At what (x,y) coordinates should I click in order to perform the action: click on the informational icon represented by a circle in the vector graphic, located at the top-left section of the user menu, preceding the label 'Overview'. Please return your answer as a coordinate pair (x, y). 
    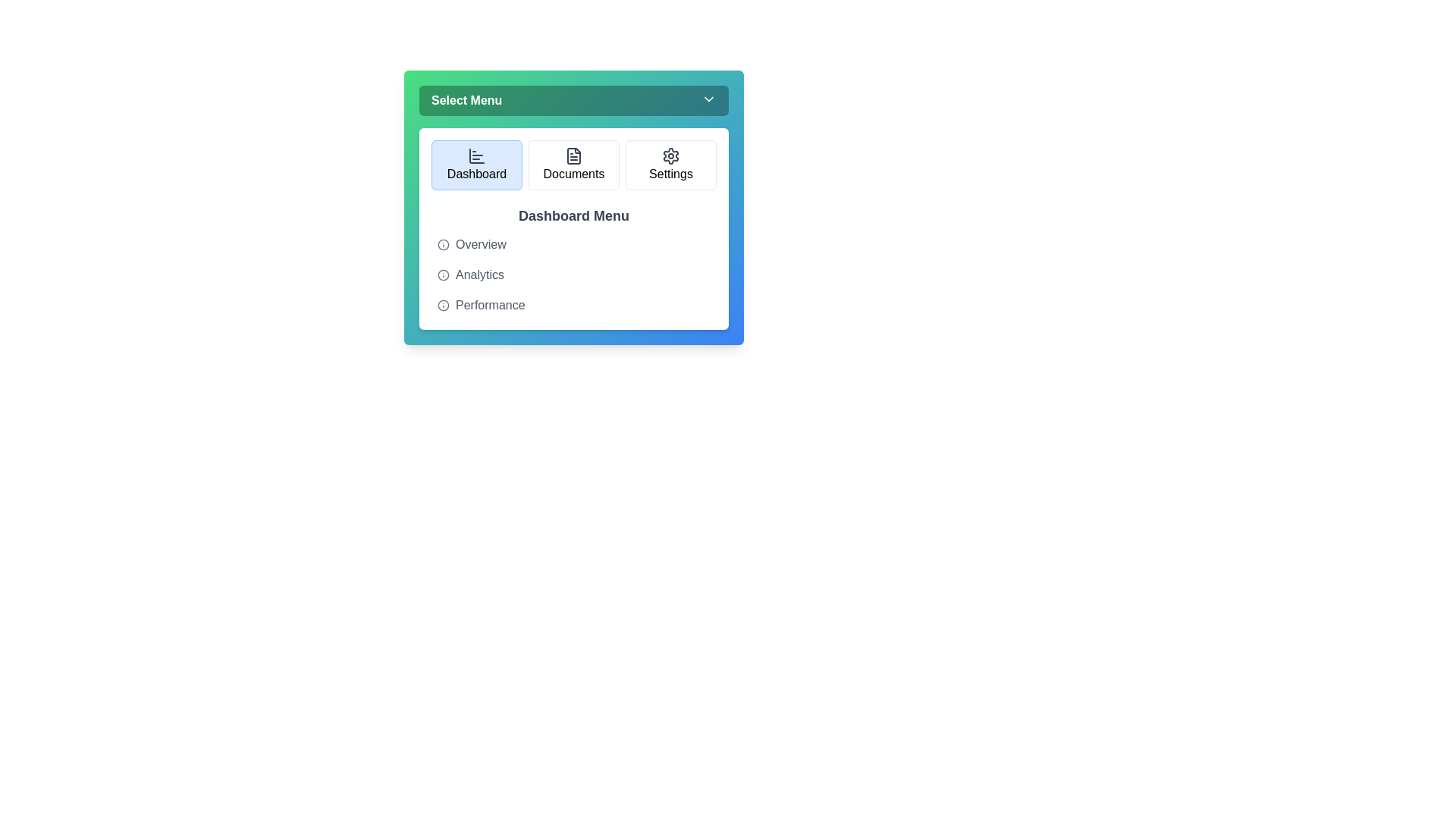
    Looking at the image, I should click on (443, 275).